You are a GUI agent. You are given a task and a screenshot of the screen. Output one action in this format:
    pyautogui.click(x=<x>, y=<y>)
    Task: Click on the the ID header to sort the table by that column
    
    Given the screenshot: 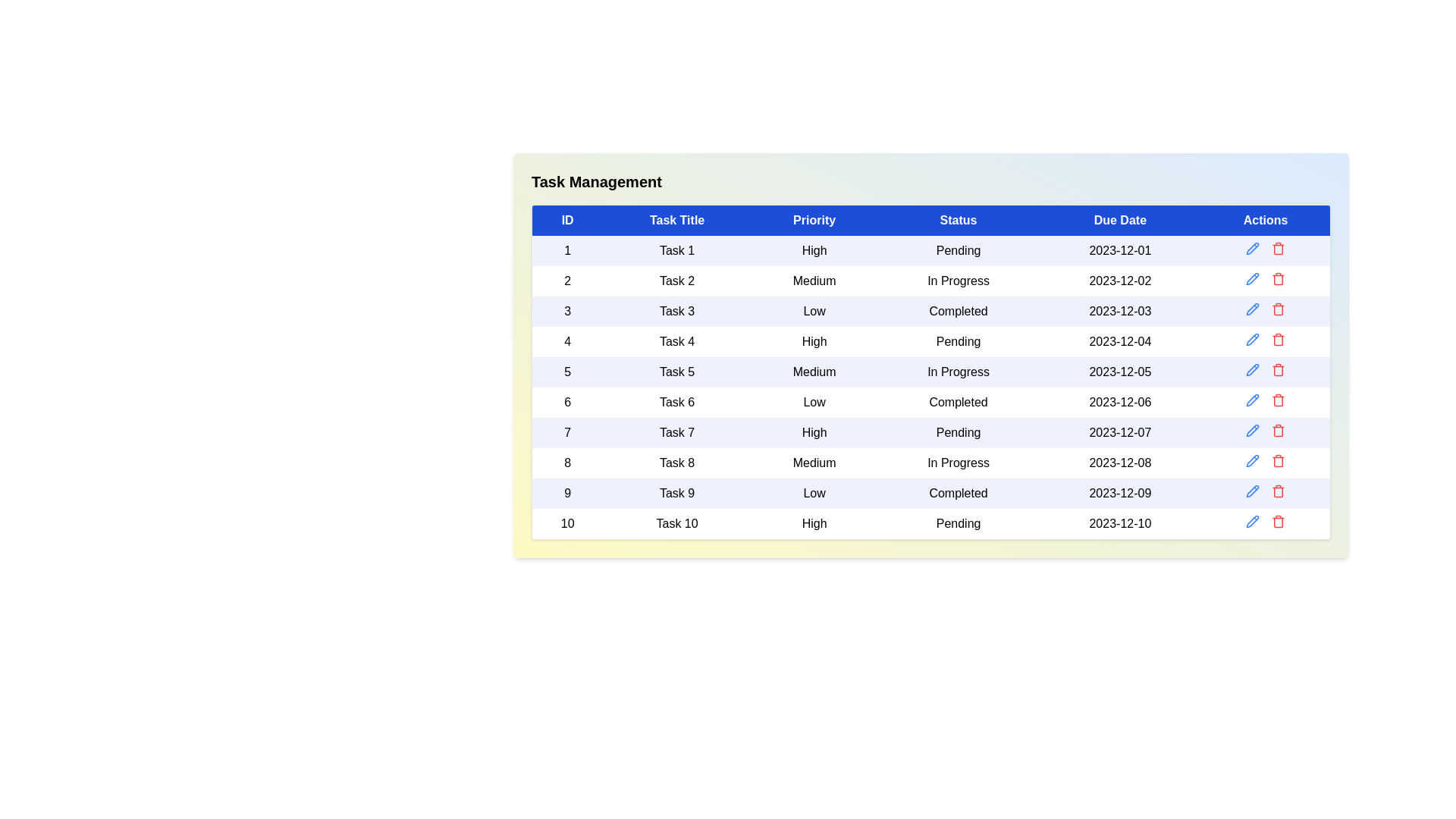 What is the action you would take?
    pyautogui.click(x=566, y=220)
    